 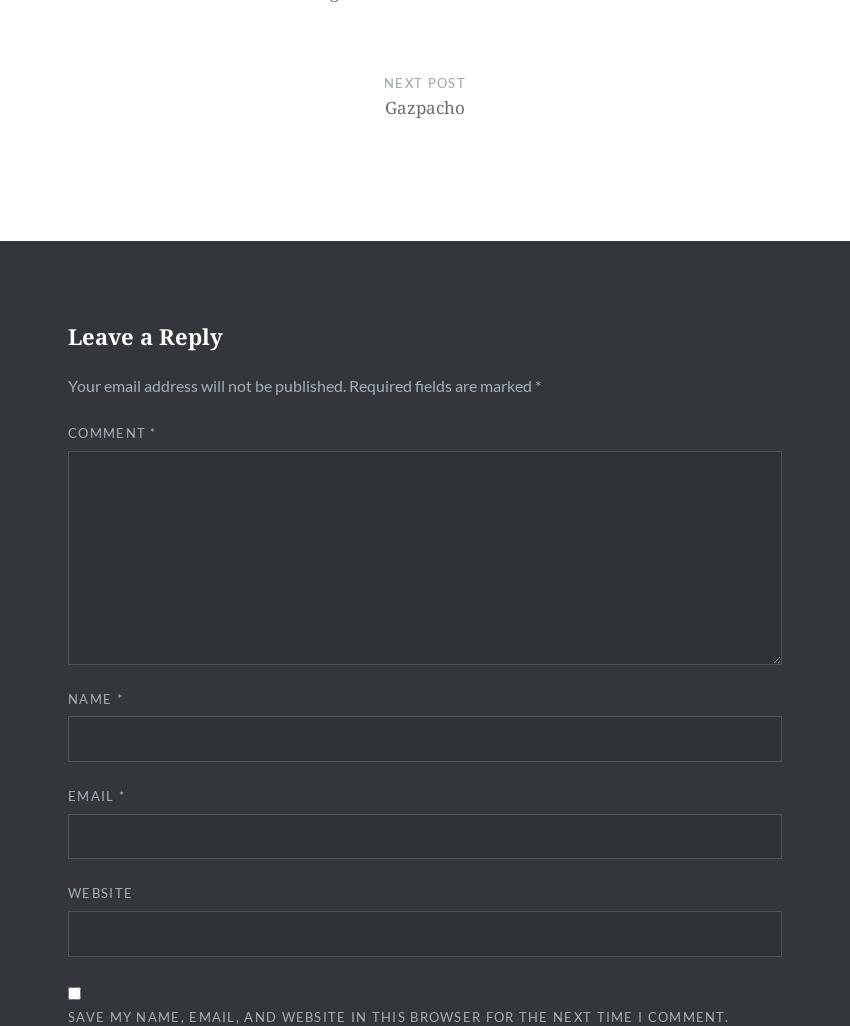 I want to click on 'Gazpacho', so click(x=425, y=107).